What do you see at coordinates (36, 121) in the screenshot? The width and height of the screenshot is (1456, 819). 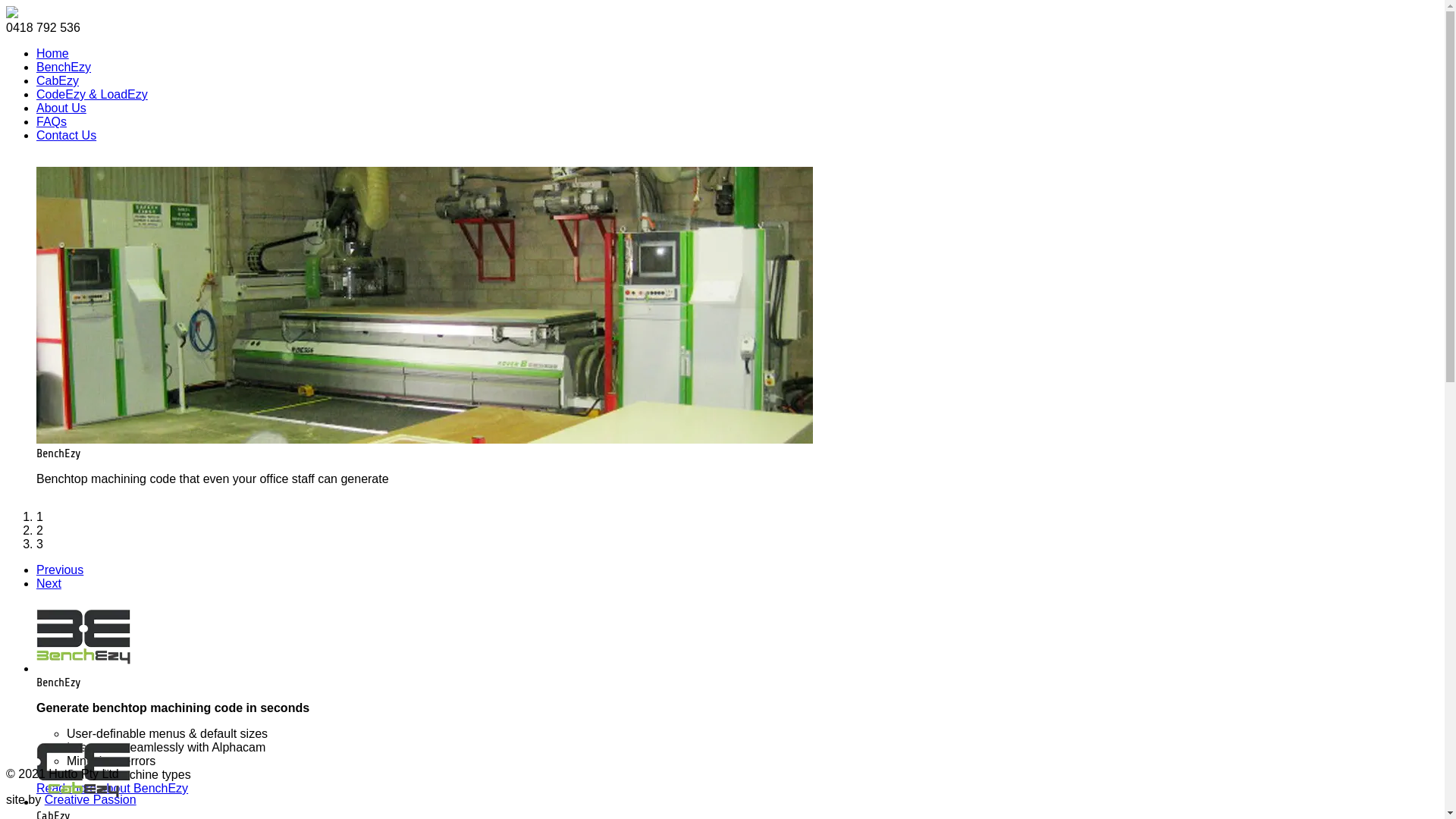 I see `'FAQs'` at bounding box center [36, 121].